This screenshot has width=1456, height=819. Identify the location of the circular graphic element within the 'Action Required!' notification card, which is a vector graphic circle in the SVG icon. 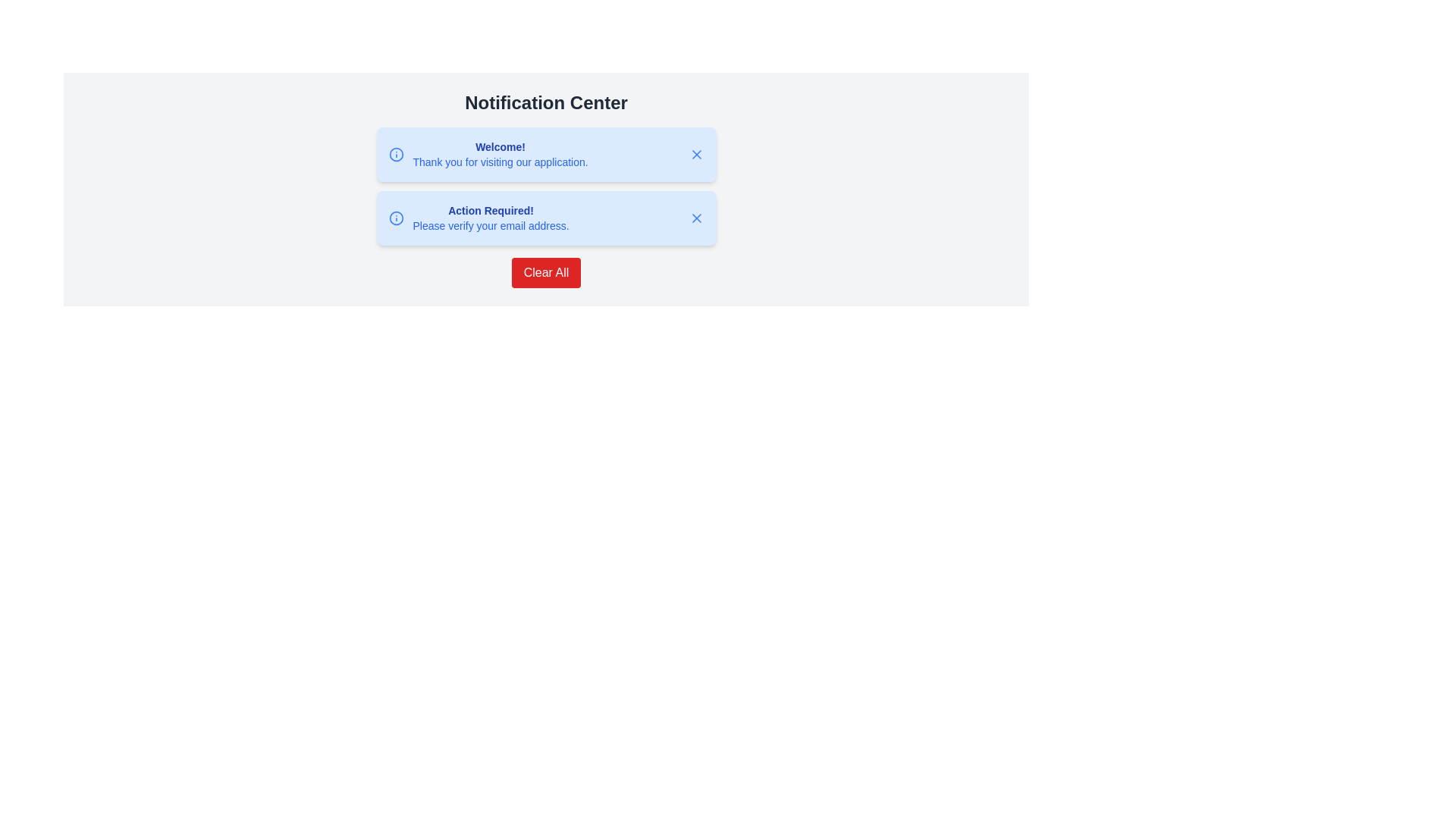
(396, 155).